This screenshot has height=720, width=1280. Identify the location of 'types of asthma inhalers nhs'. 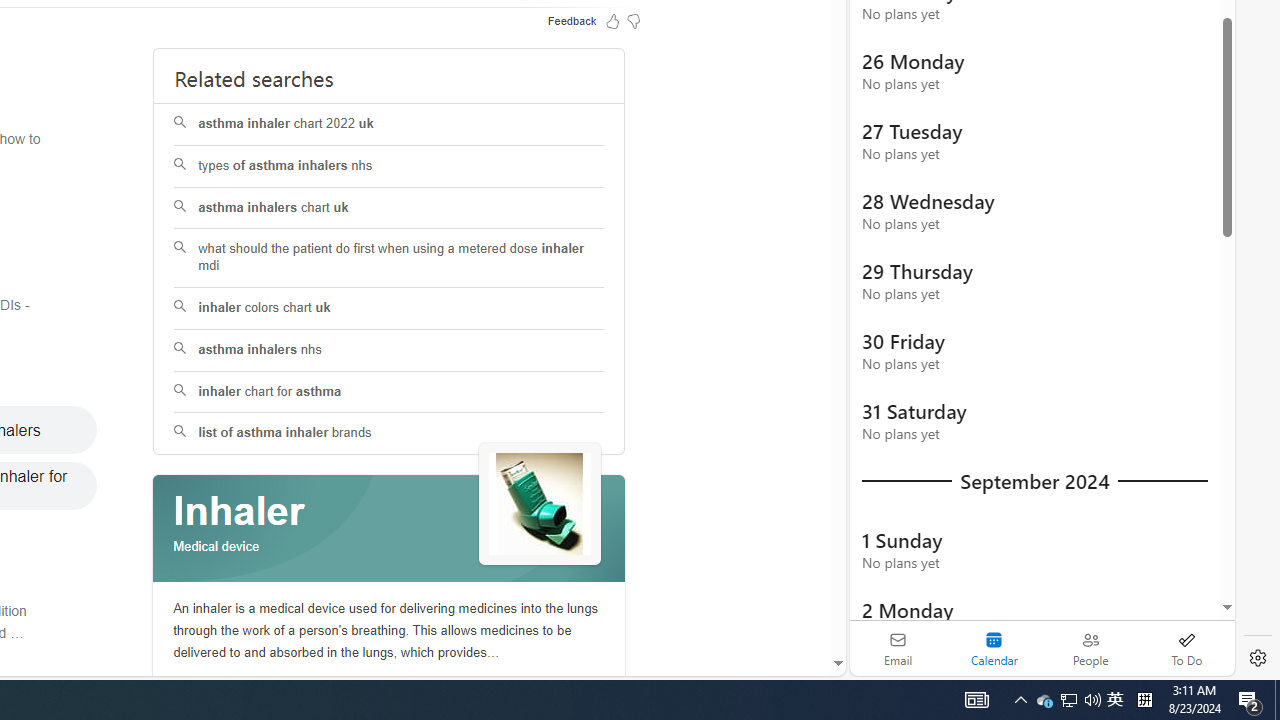
(389, 164).